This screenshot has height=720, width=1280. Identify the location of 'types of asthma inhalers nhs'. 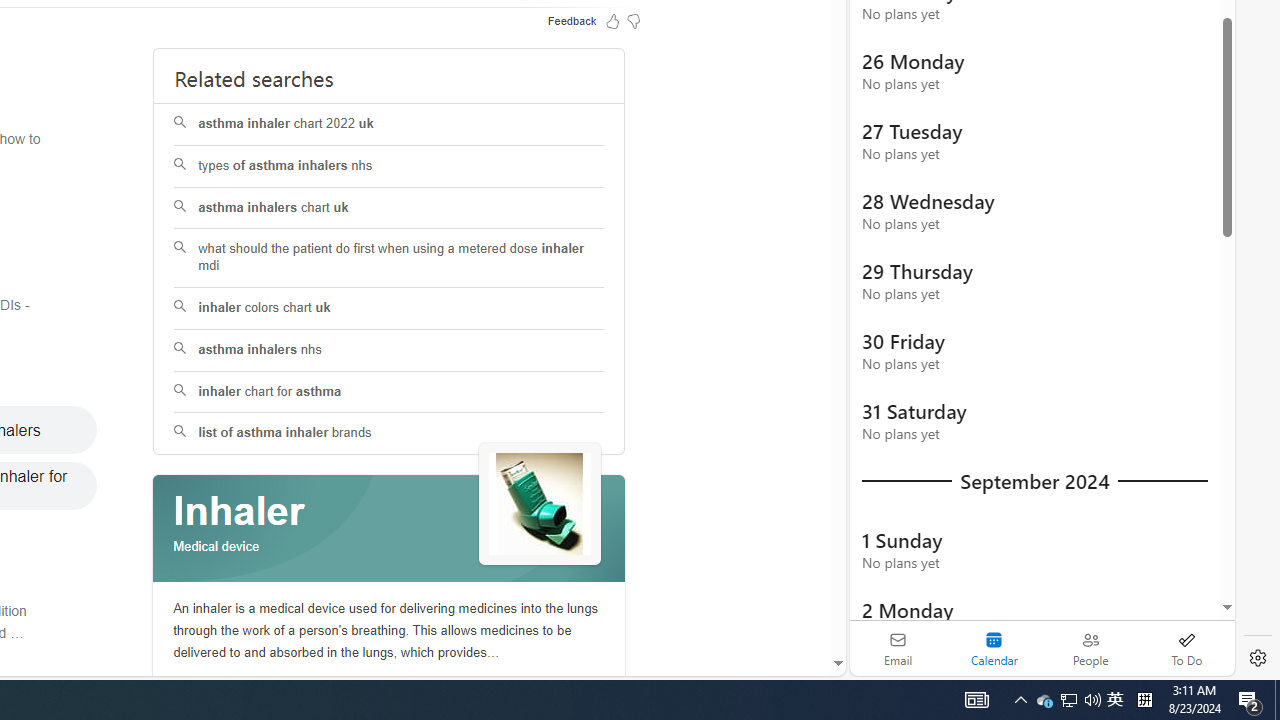
(389, 164).